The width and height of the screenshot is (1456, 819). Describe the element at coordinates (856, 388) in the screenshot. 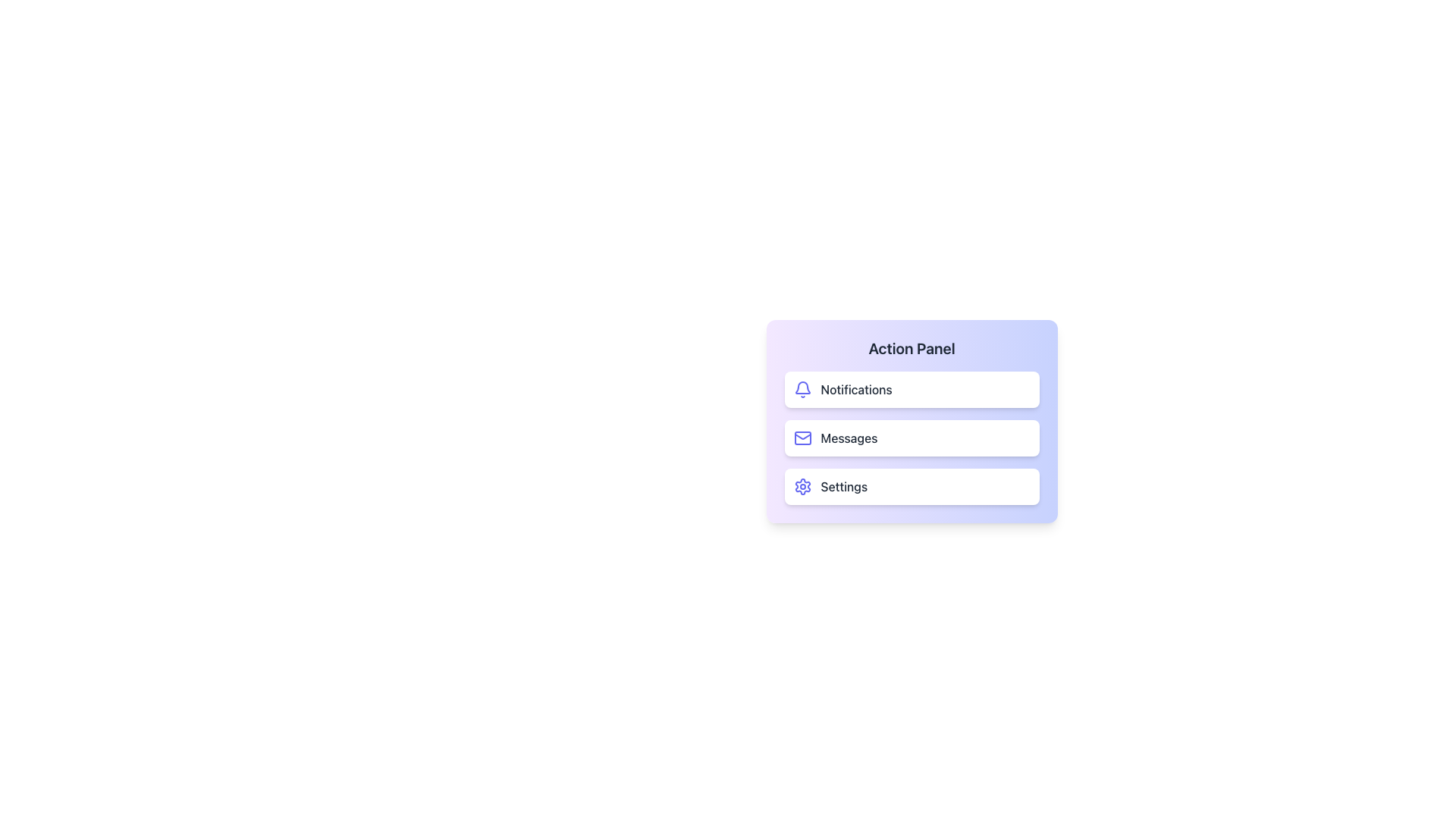

I see `the 'Notifications' text label, which is styled in gray and aligned to the right of a bell icon in the Action Panel` at that location.